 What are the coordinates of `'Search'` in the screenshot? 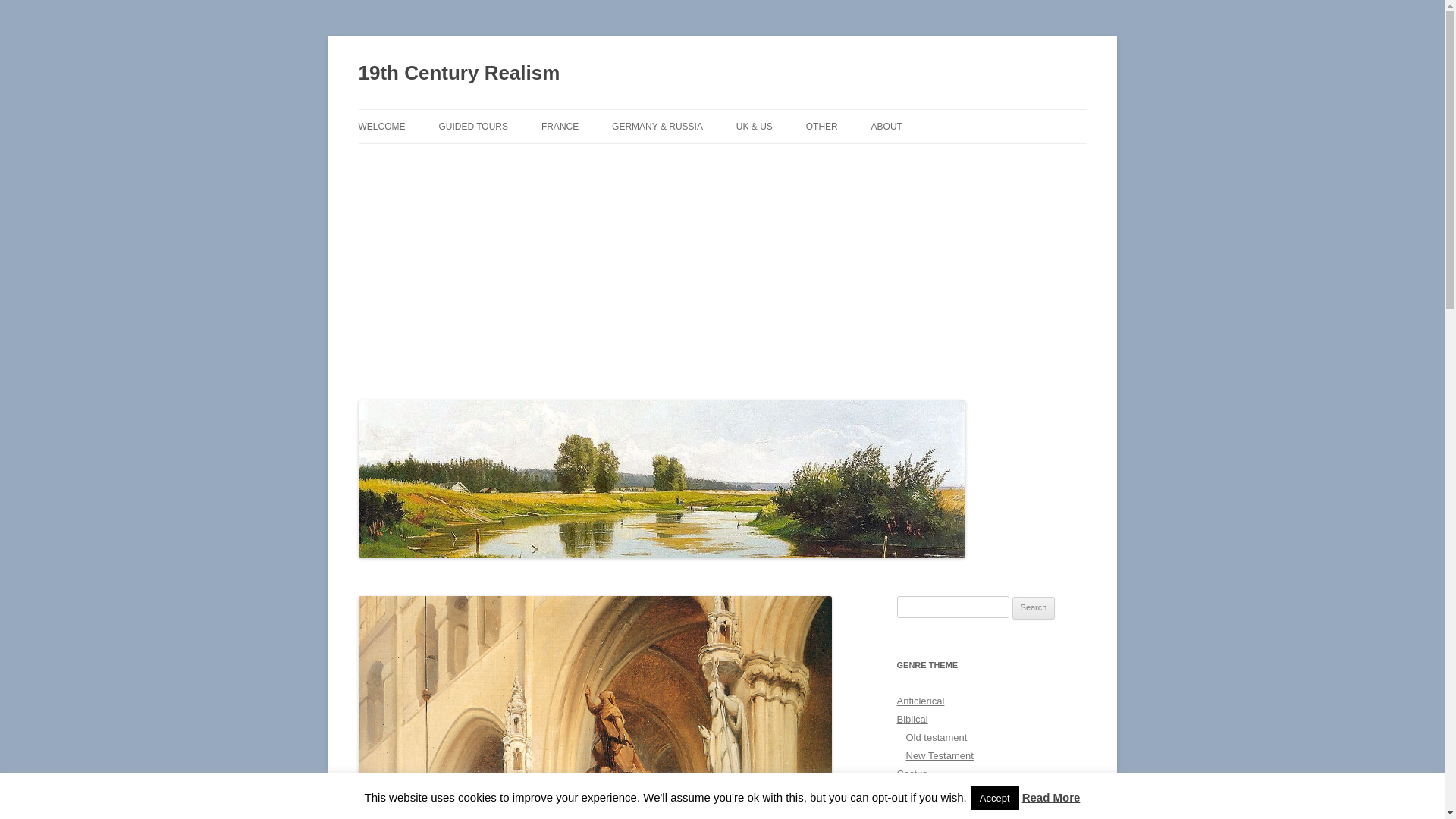 It's located at (1012, 607).